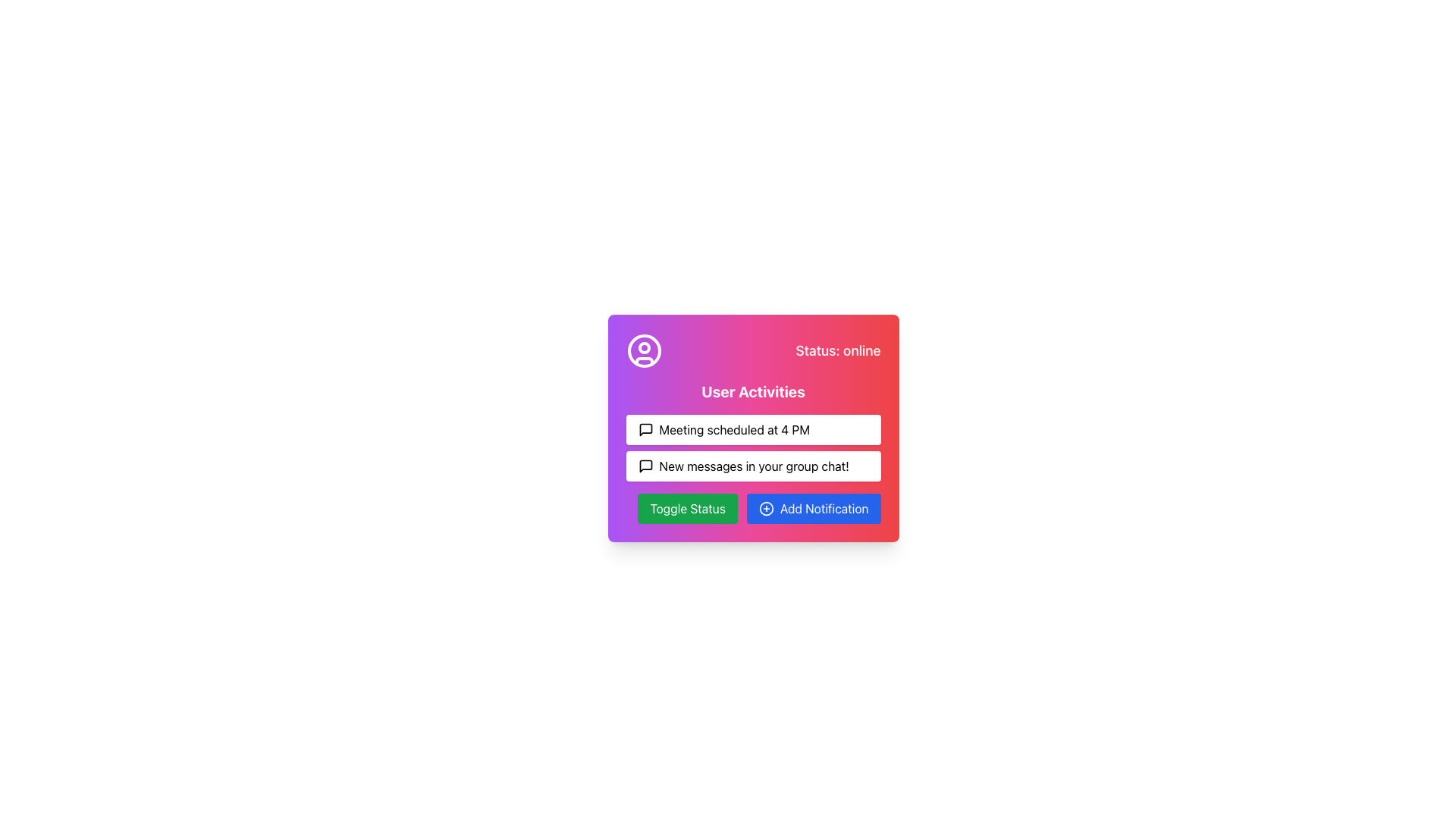  I want to click on the green rectangular button labeled 'Toggle Status', so click(687, 509).